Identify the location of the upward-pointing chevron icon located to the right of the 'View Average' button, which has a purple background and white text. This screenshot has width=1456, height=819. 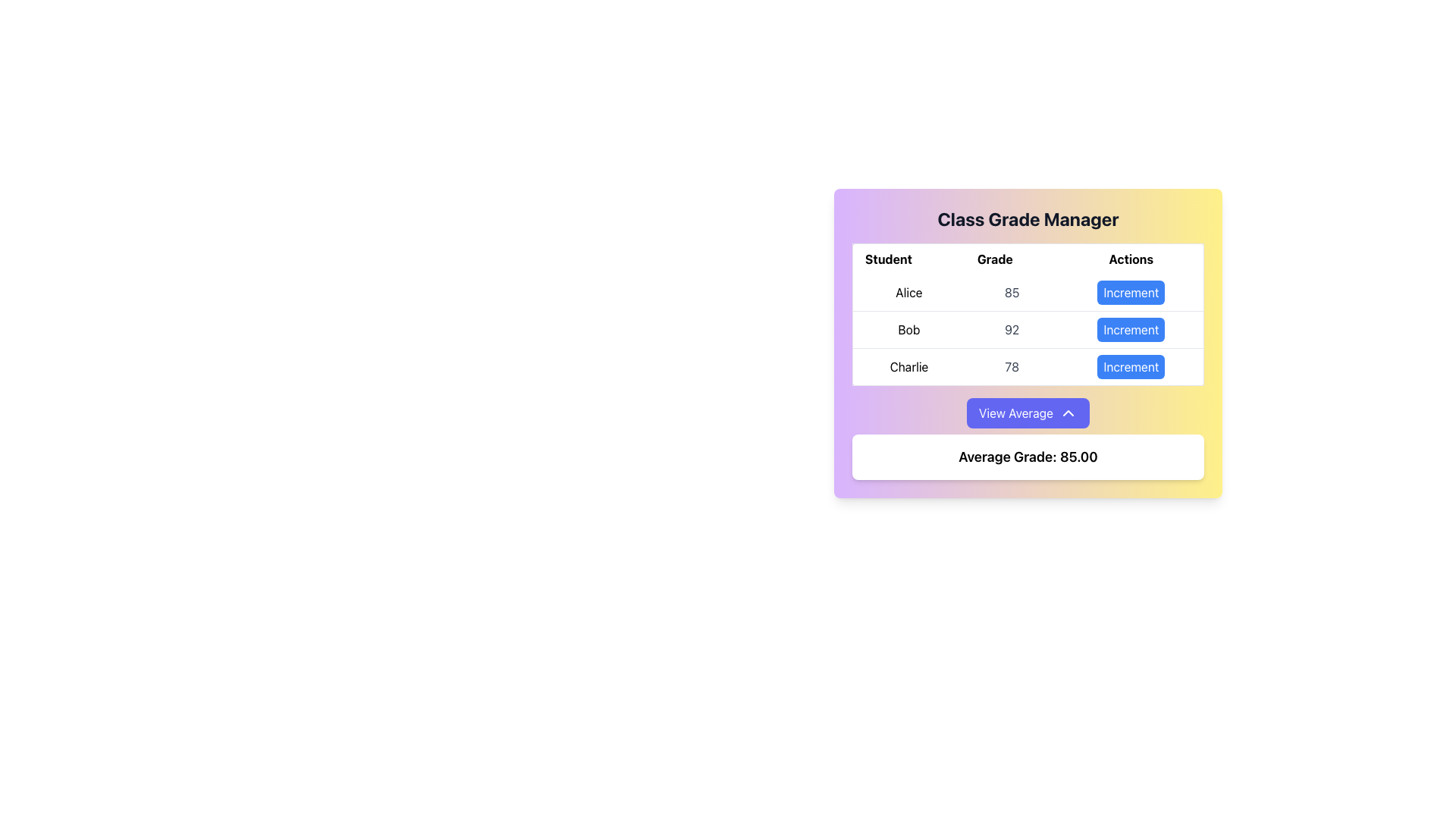
(1068, 413).